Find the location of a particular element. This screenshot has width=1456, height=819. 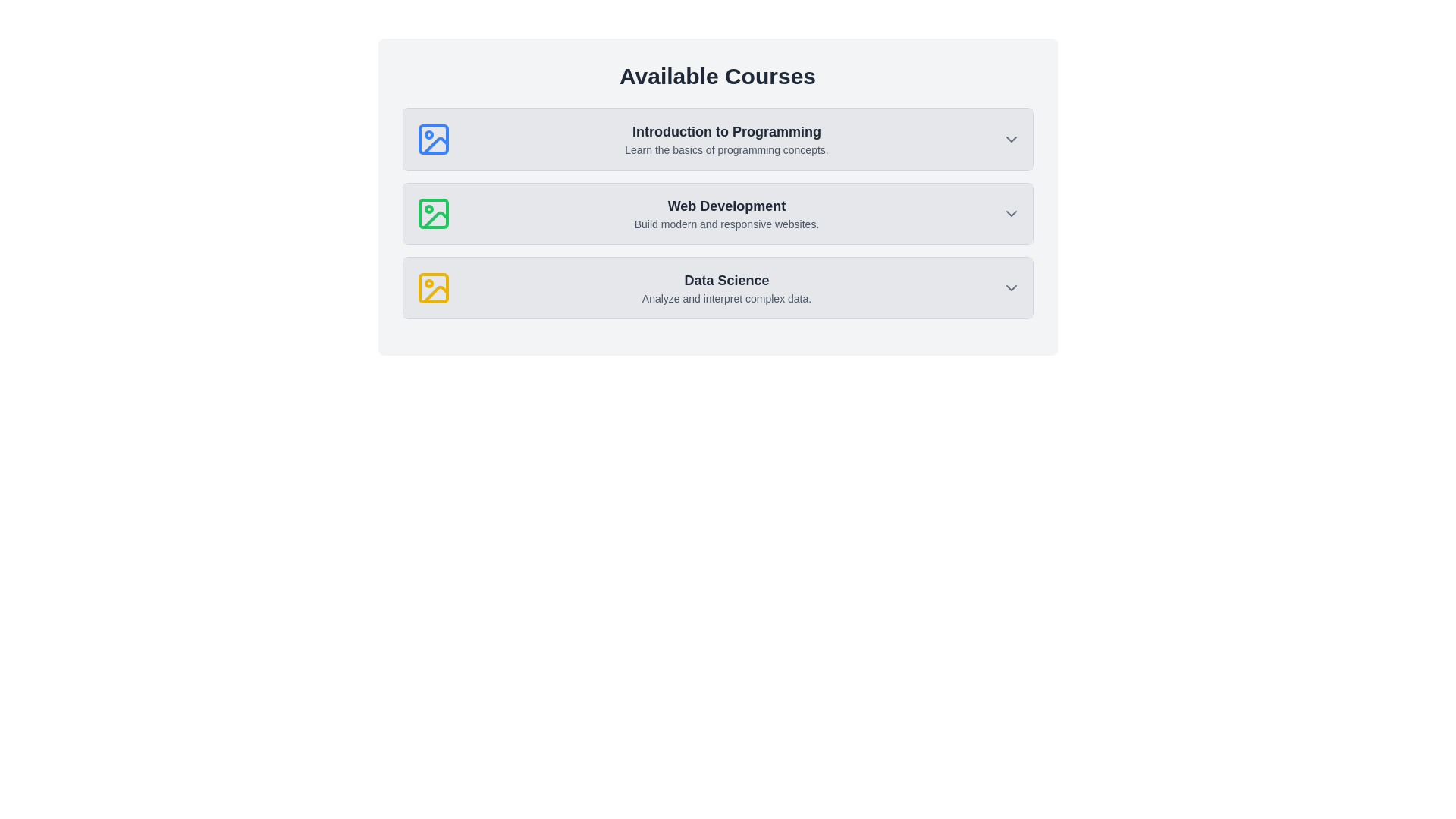

static text element that displays 'Learn the basics of programming concepts.' located beneath the title 'Introduction to Programming' is located at coordinates (726, 149).